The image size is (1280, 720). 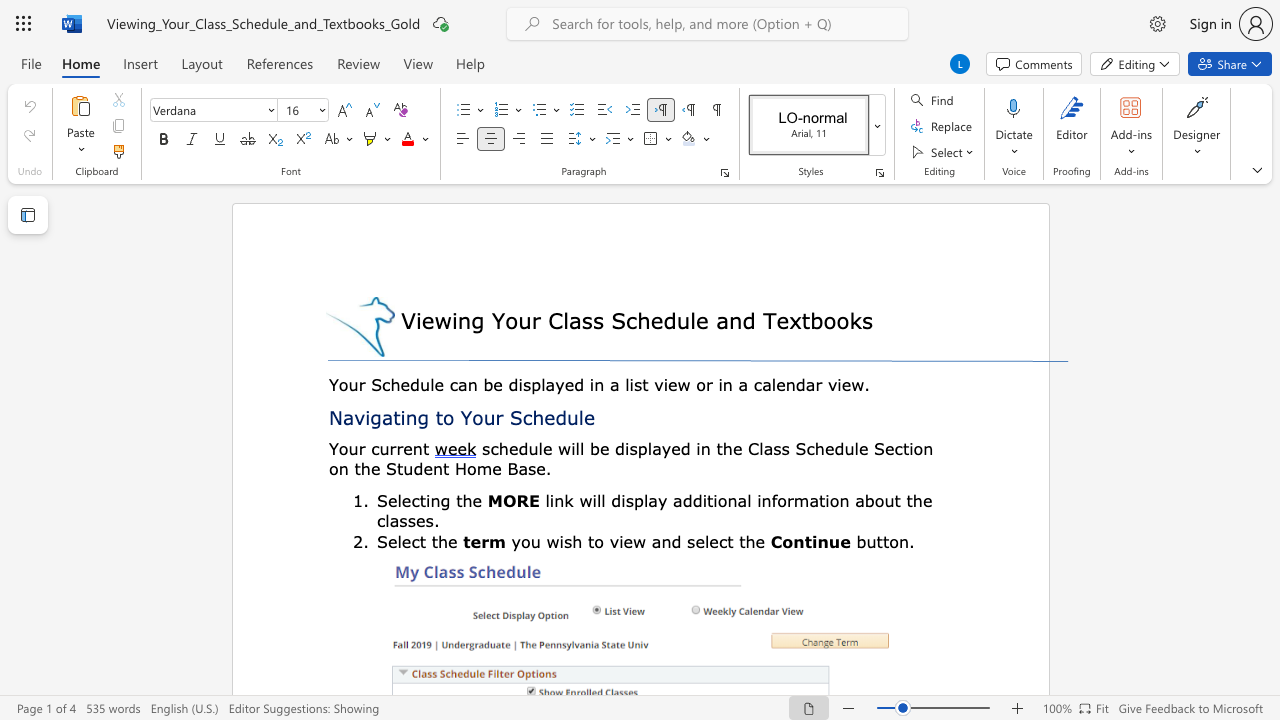 I want to click on the 2th character "o" in the text, so click(x=701, y=384).